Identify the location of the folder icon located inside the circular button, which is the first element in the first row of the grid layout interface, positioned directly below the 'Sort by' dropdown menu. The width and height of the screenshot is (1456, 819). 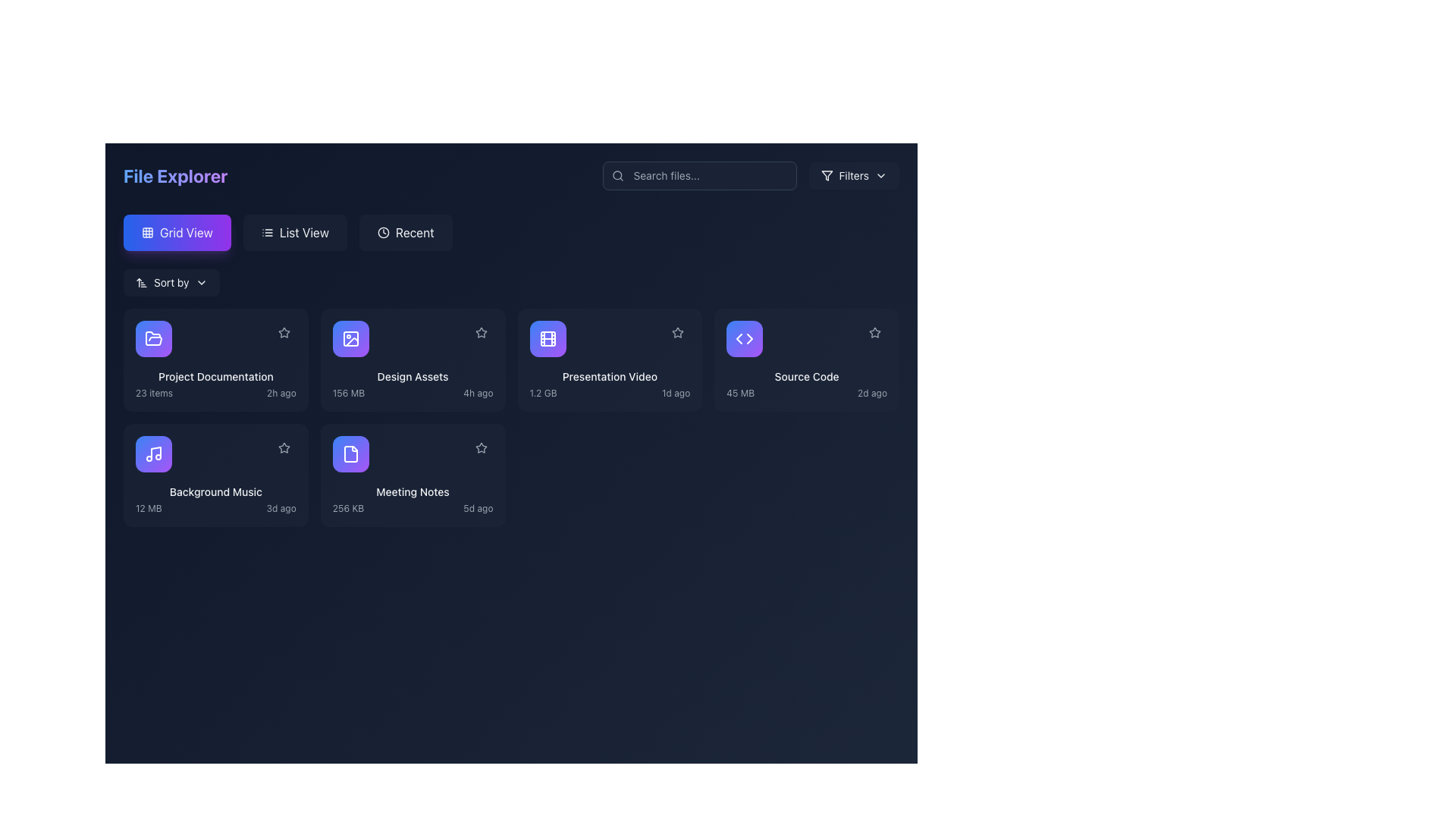
(153, 338).